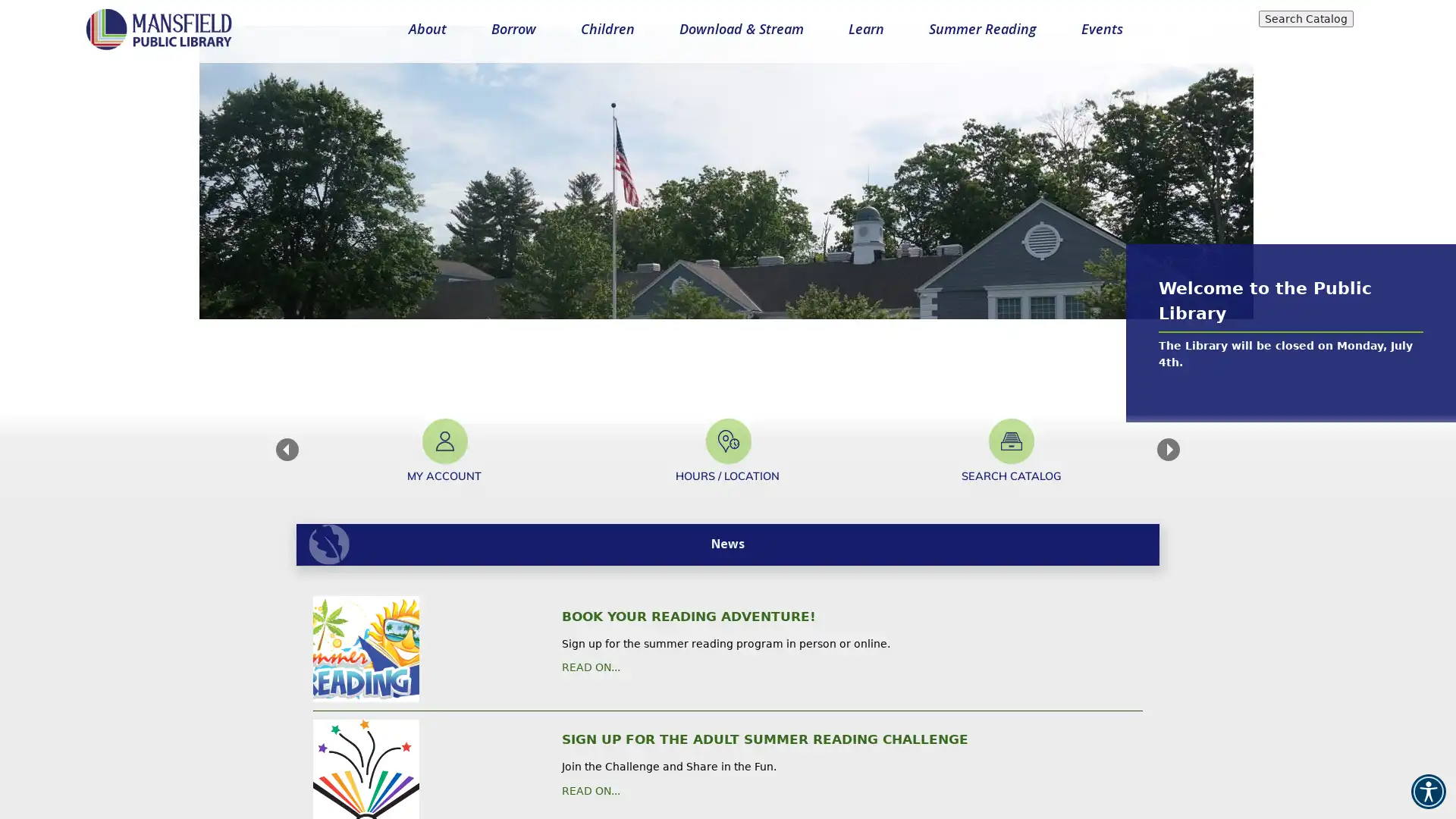  I want to click on Search Catalog, so click(1305, 18).